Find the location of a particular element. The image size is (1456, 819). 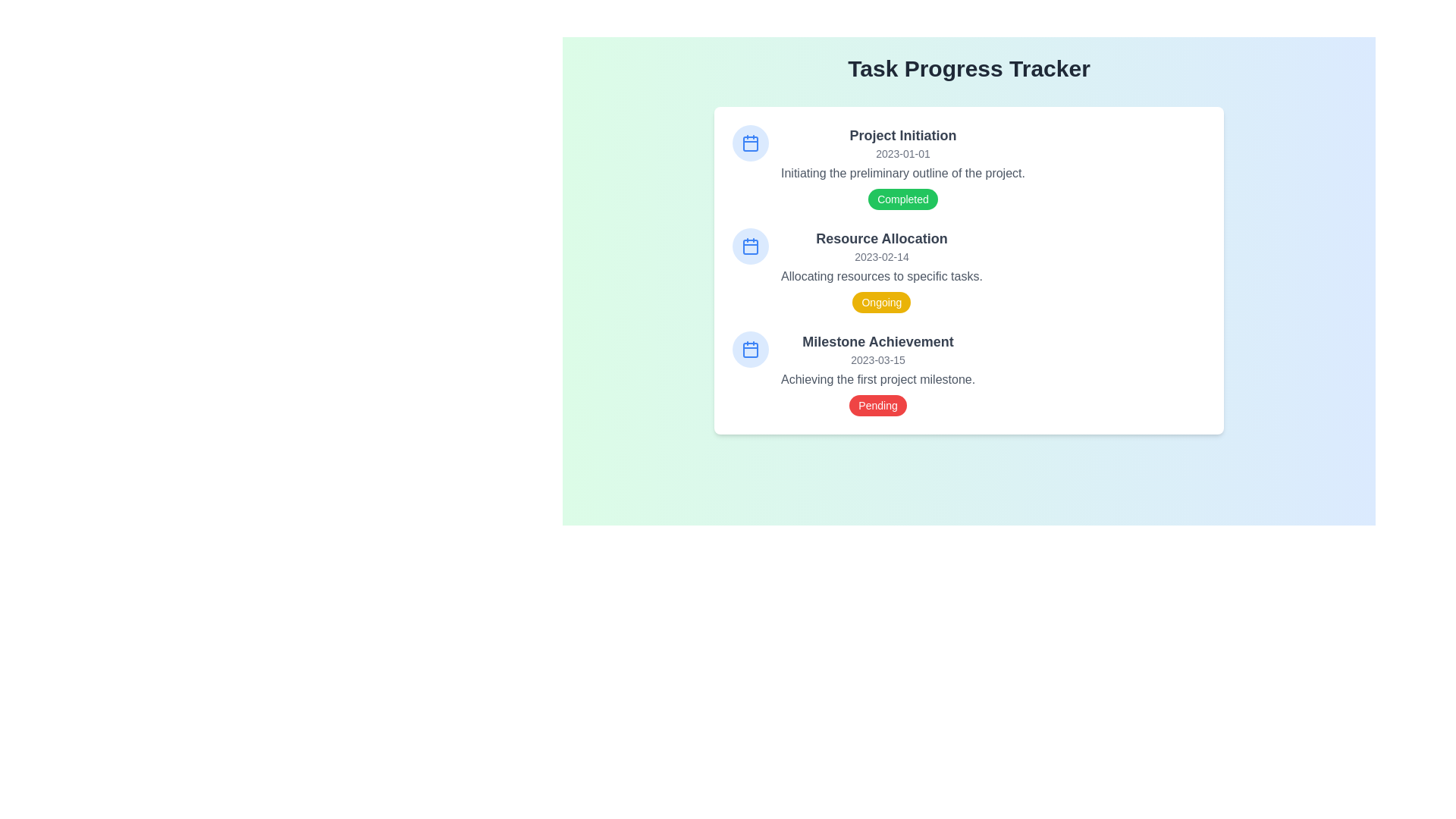

the text element reading 'Initiating the preliminary outline of the project.' located below the date '2023-01-01' in the 'Project Initiation' section is located at coordinates (902, 172).